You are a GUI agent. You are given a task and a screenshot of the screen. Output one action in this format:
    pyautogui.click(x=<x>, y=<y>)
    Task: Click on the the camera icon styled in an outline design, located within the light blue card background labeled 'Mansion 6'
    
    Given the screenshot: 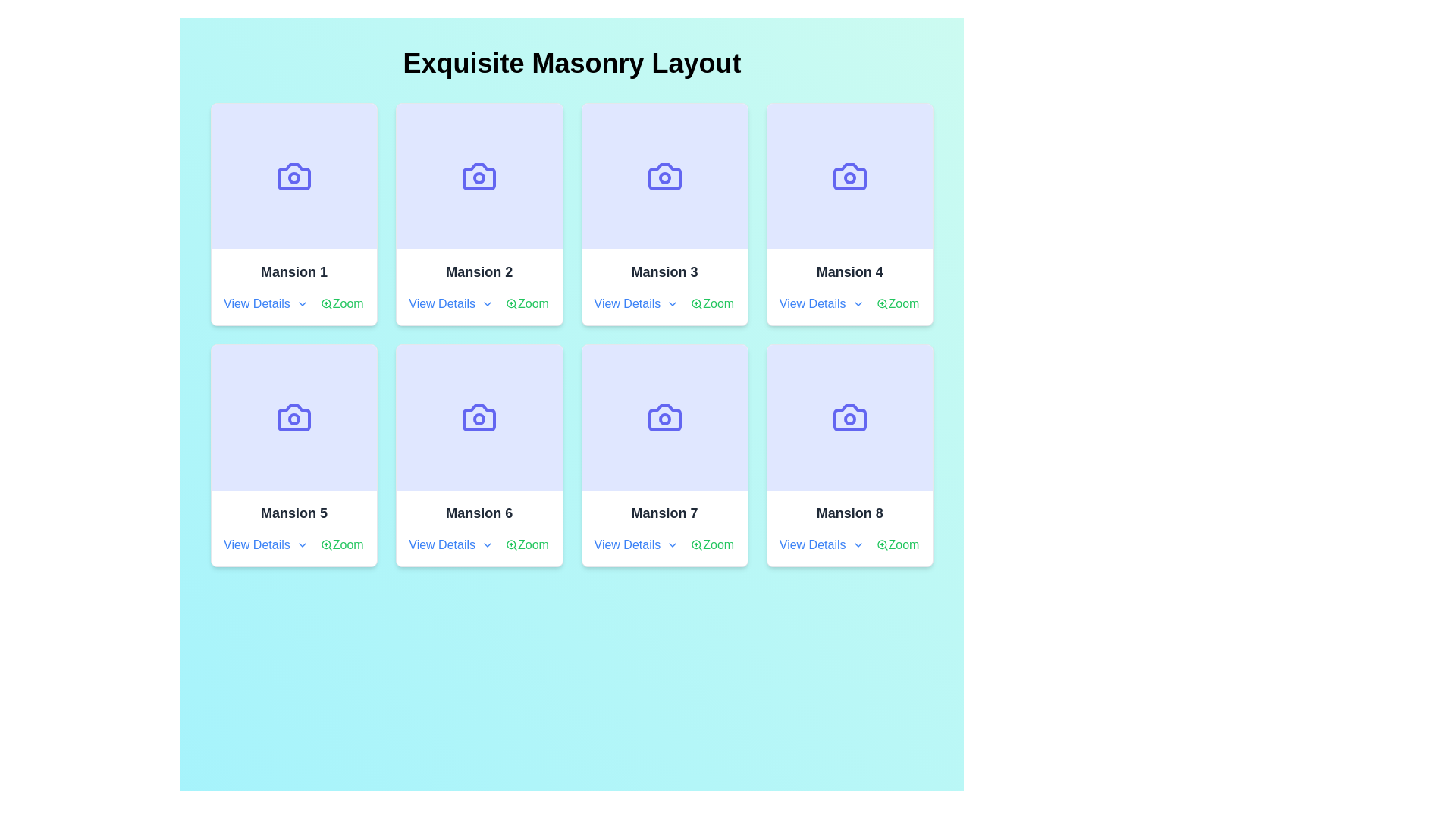 What is the action you would take?
    pyautogui.click(x=479, y=418)
    